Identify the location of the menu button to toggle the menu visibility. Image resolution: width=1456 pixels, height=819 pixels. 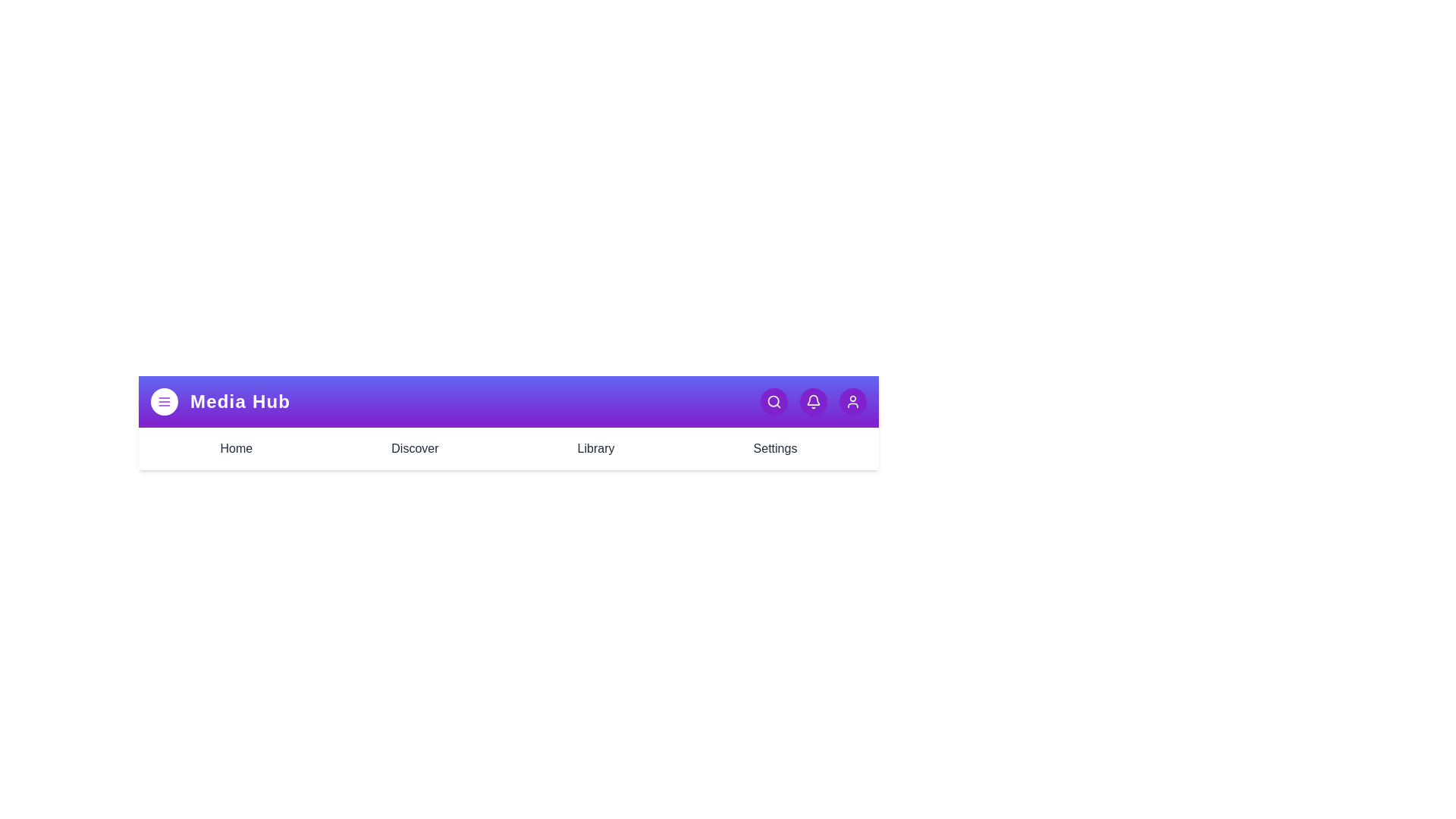
(164, 400).